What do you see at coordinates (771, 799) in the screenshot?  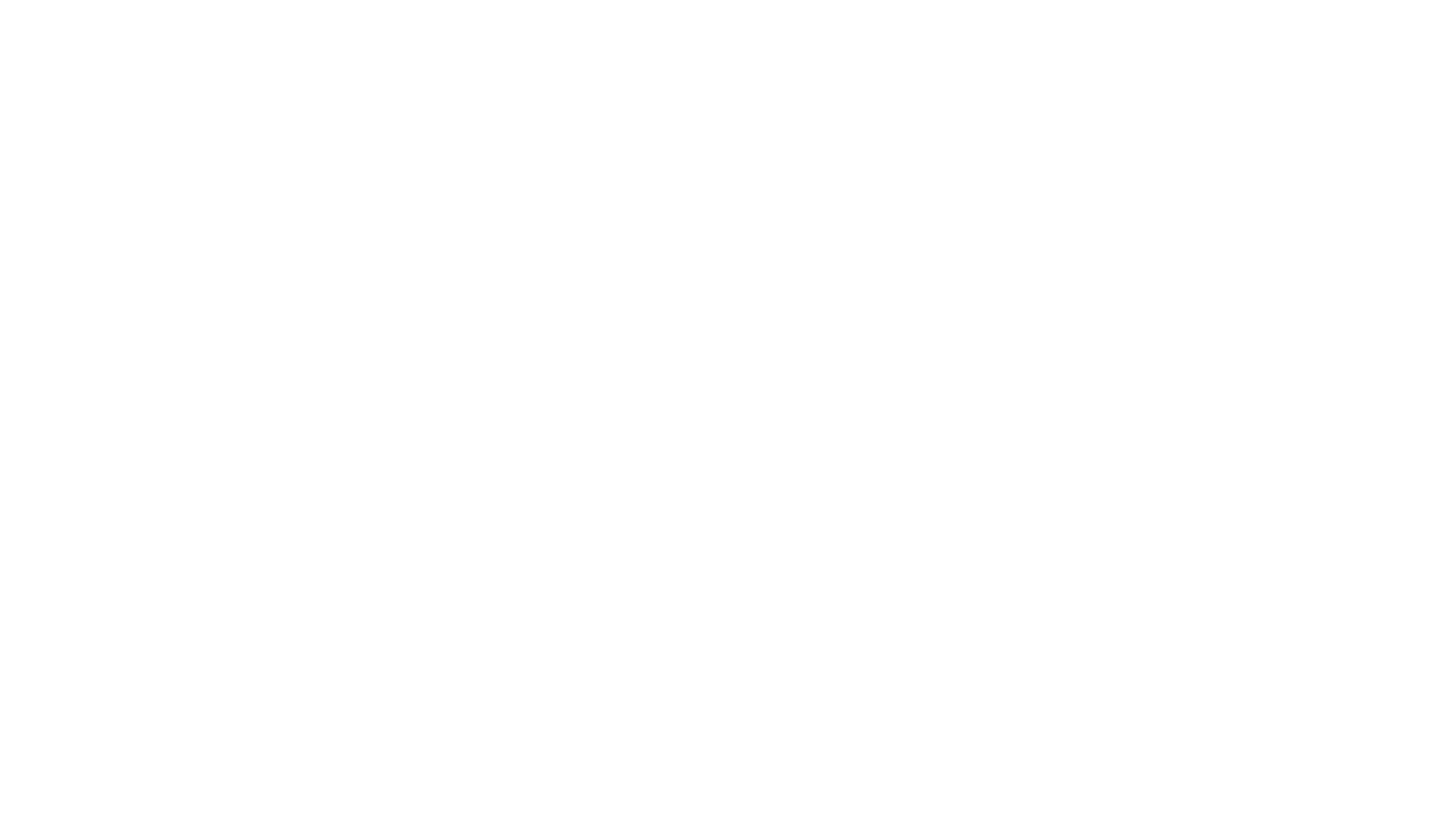 I see `'Cloudflare'` at bounding box center [771, 799].